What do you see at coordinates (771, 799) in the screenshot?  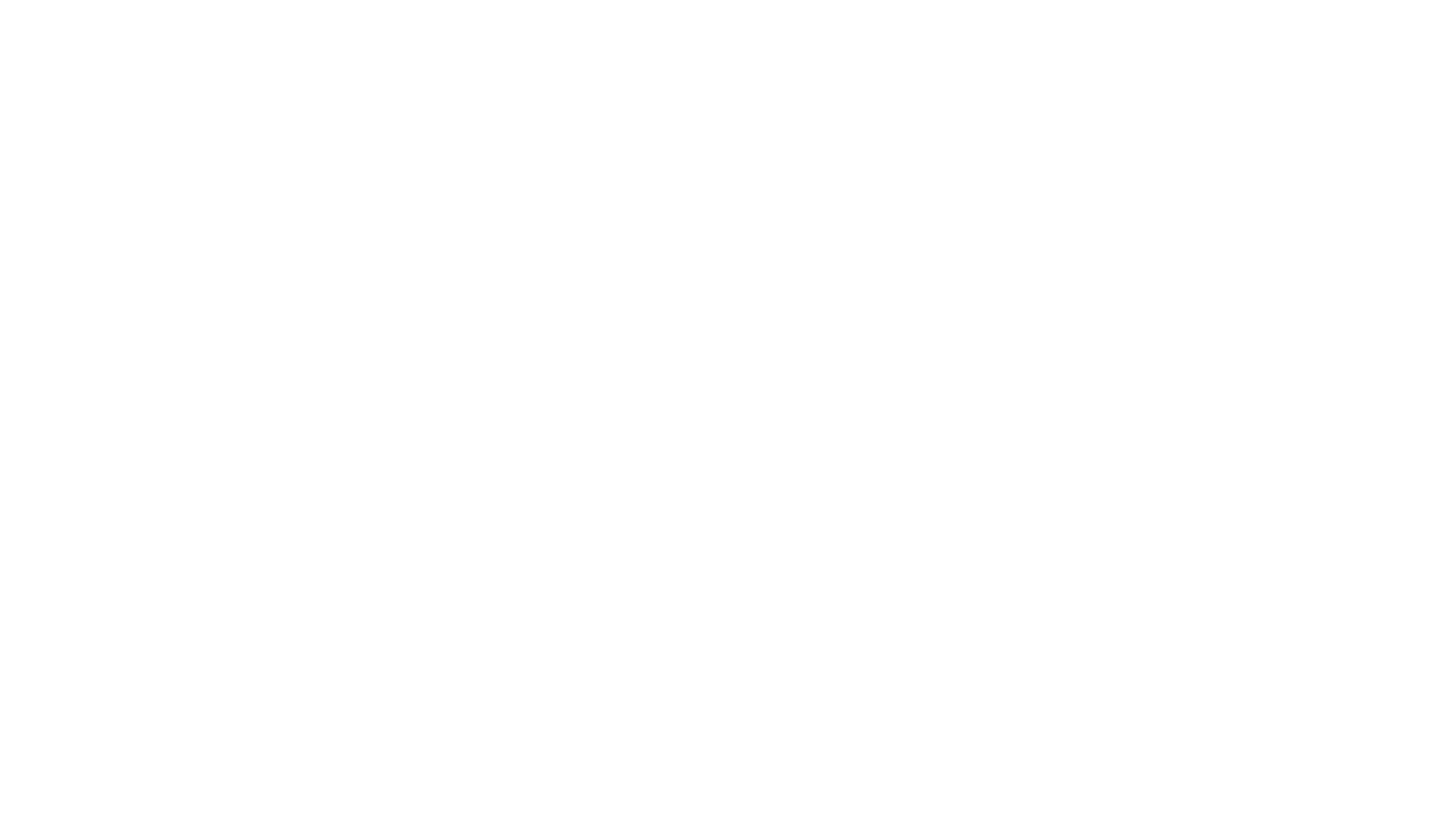 I see `'Cloudflare'` at bounding box center [771, 799].